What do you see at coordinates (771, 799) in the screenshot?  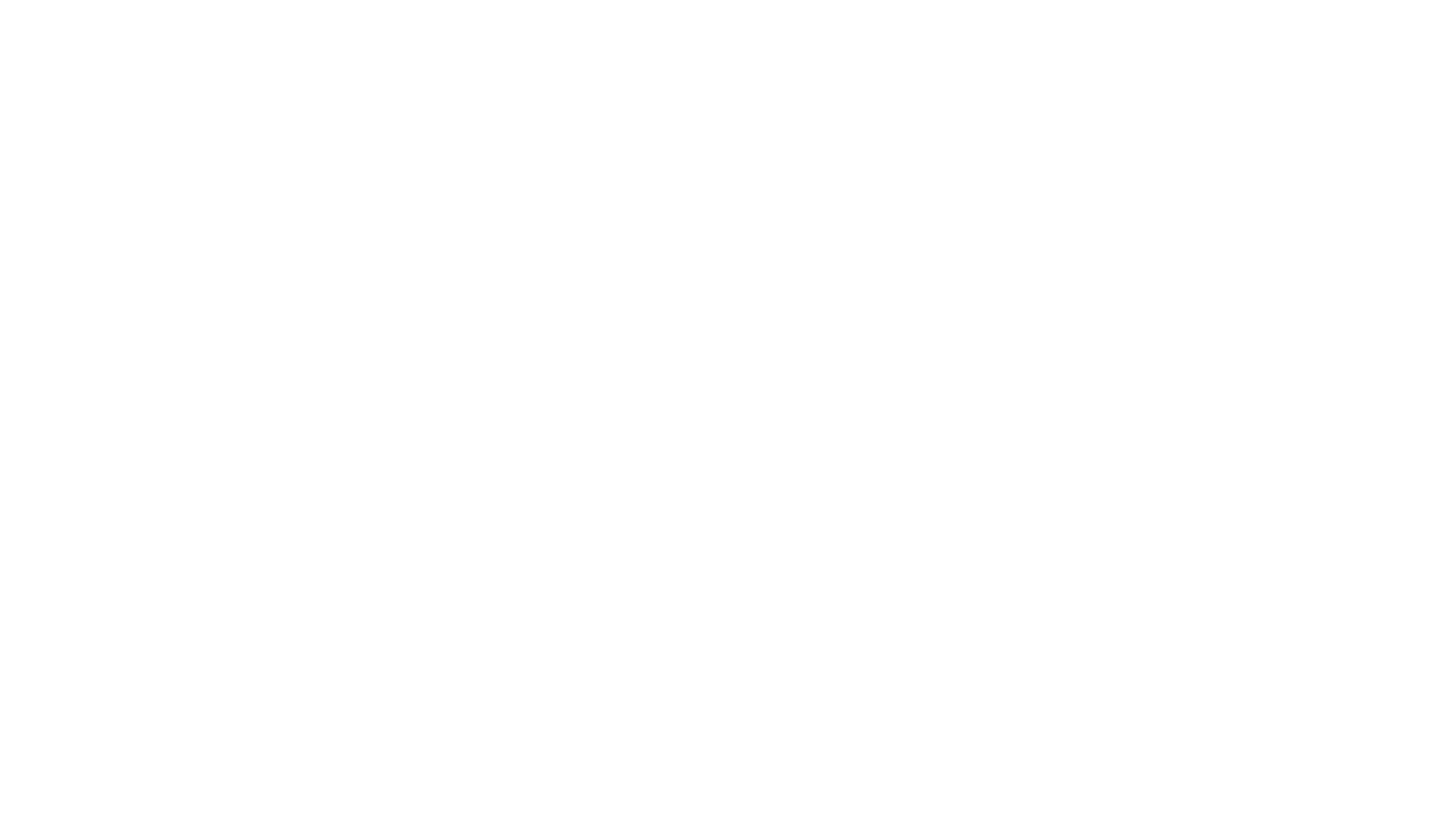 I see `'Cloudflare'` at bounding box center [771, 799].